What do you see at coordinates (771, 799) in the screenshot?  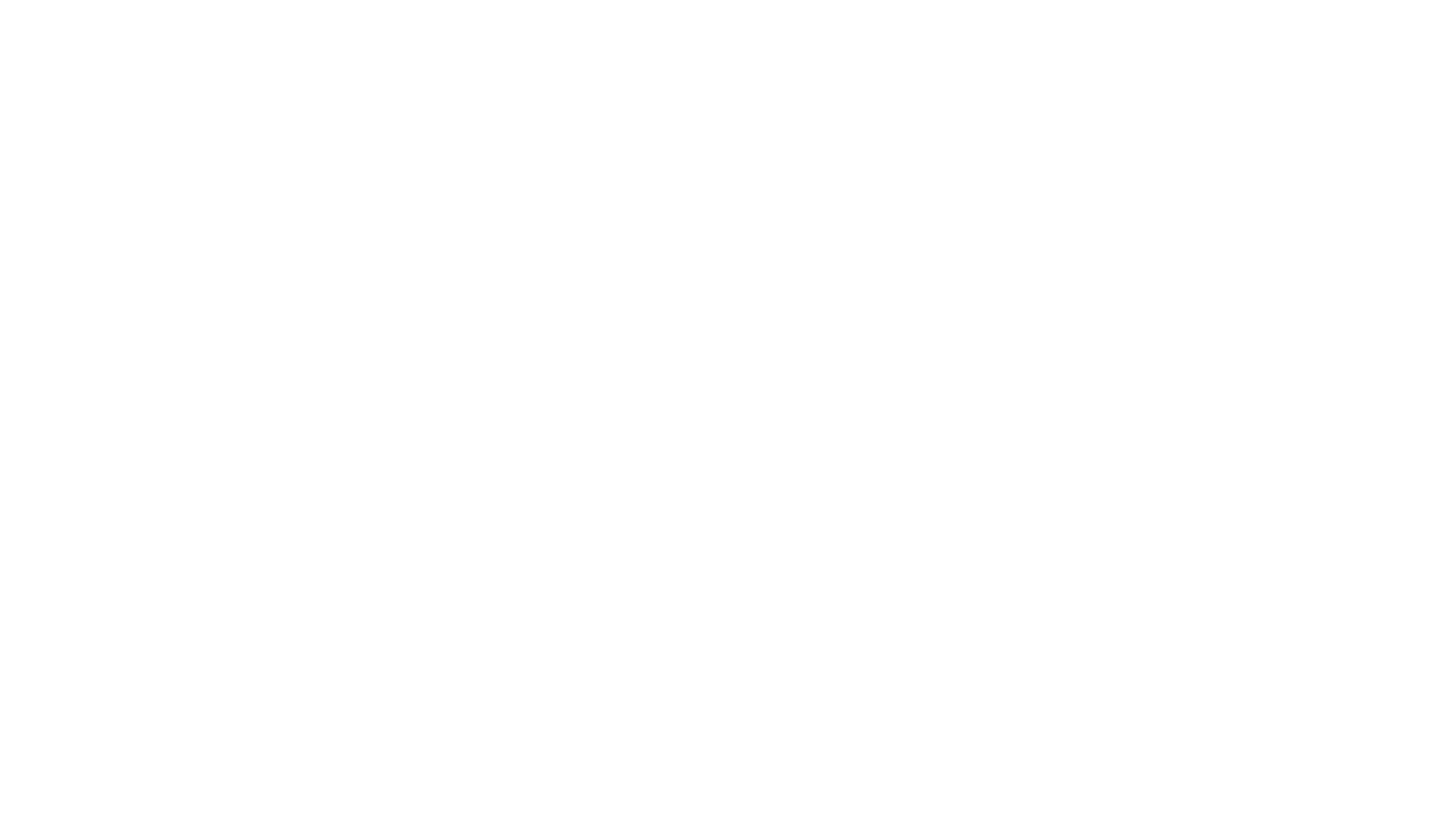 I see `'Cloudflare'` at bounding box center [771, 799].